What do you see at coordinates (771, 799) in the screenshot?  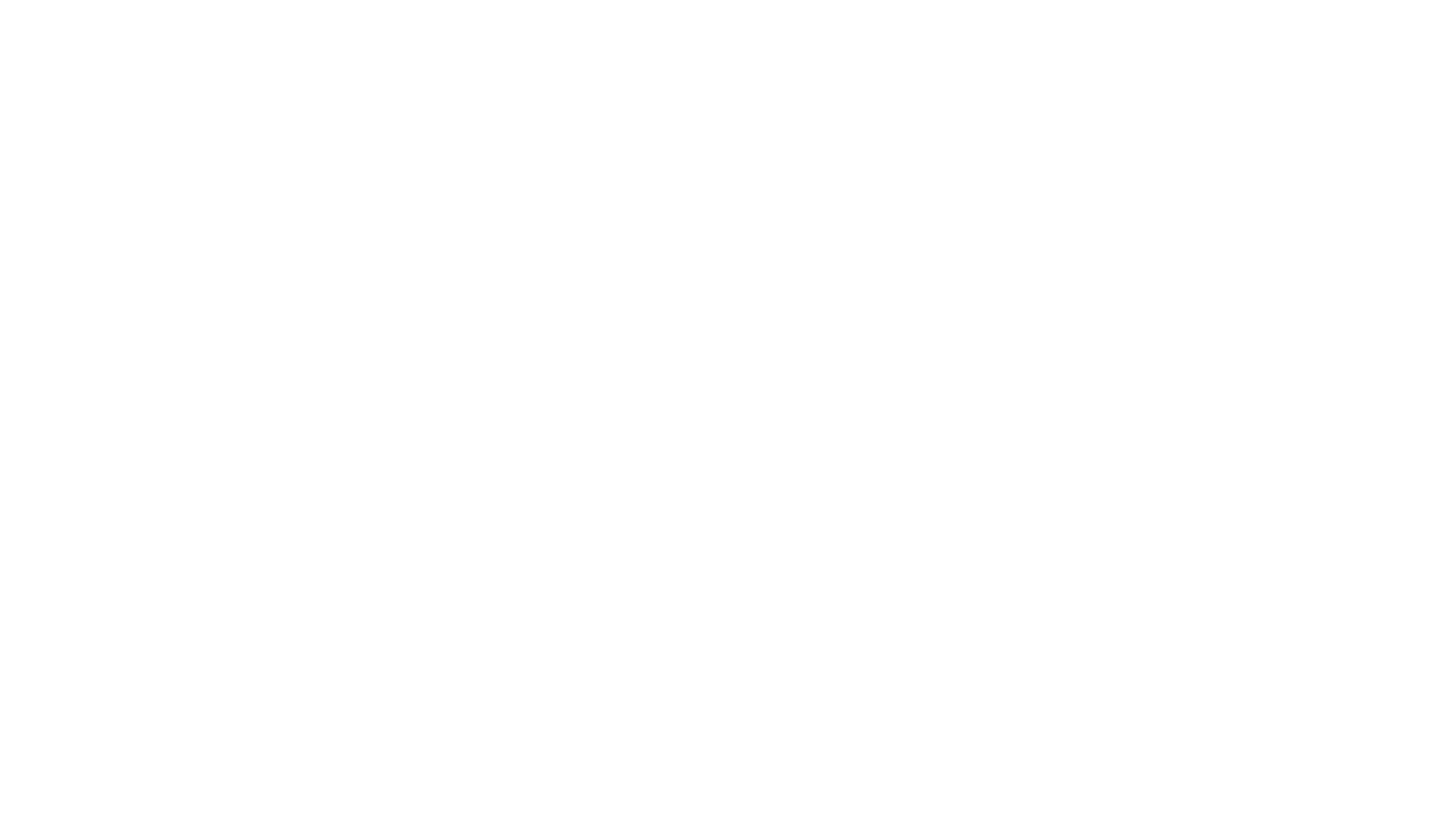 I see `'Cloudflare'` at bounding box center [771, 799].